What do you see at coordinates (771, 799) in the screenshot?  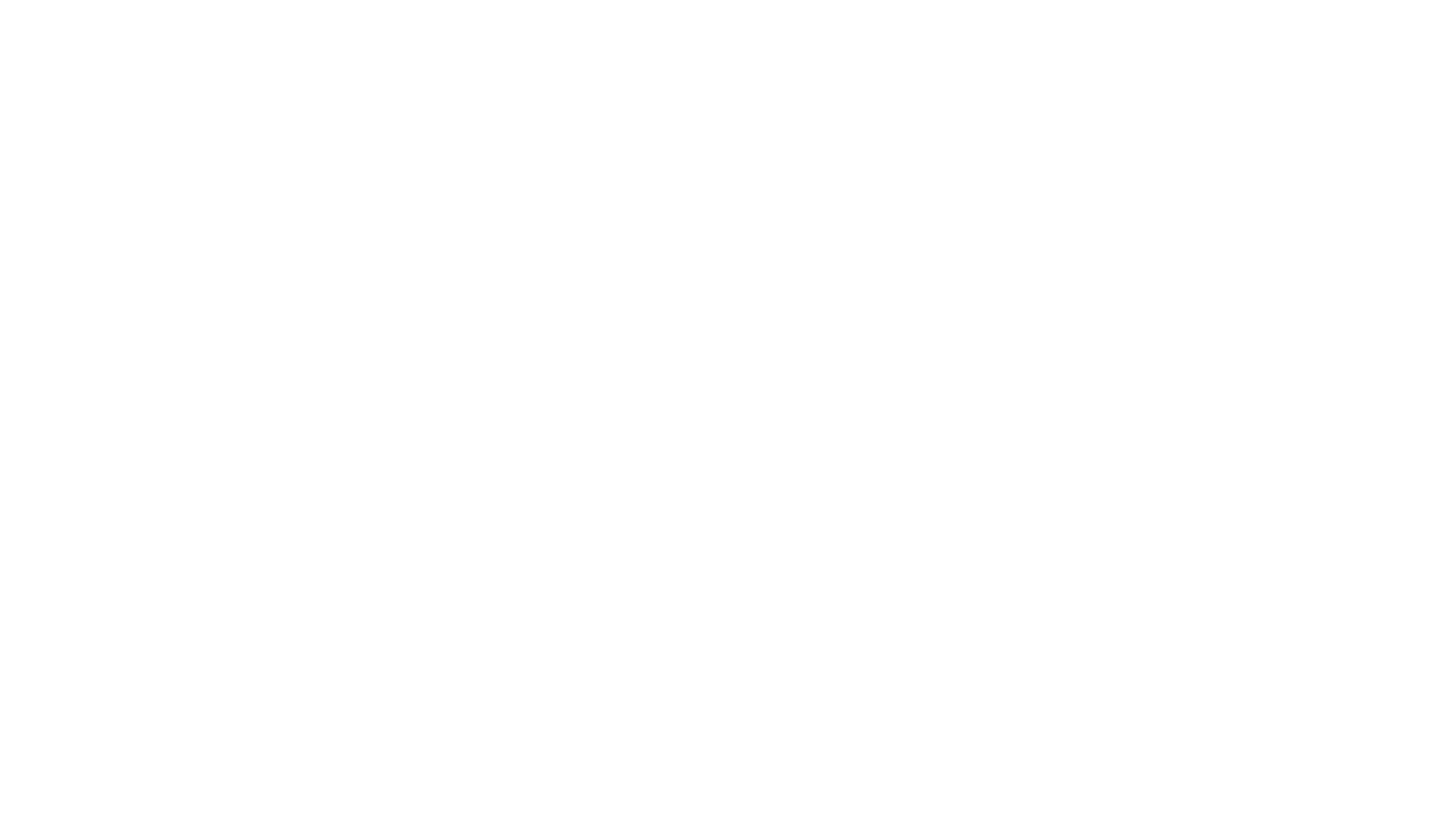 I see `'Cloudflare'` at bounding box center [771, 799].